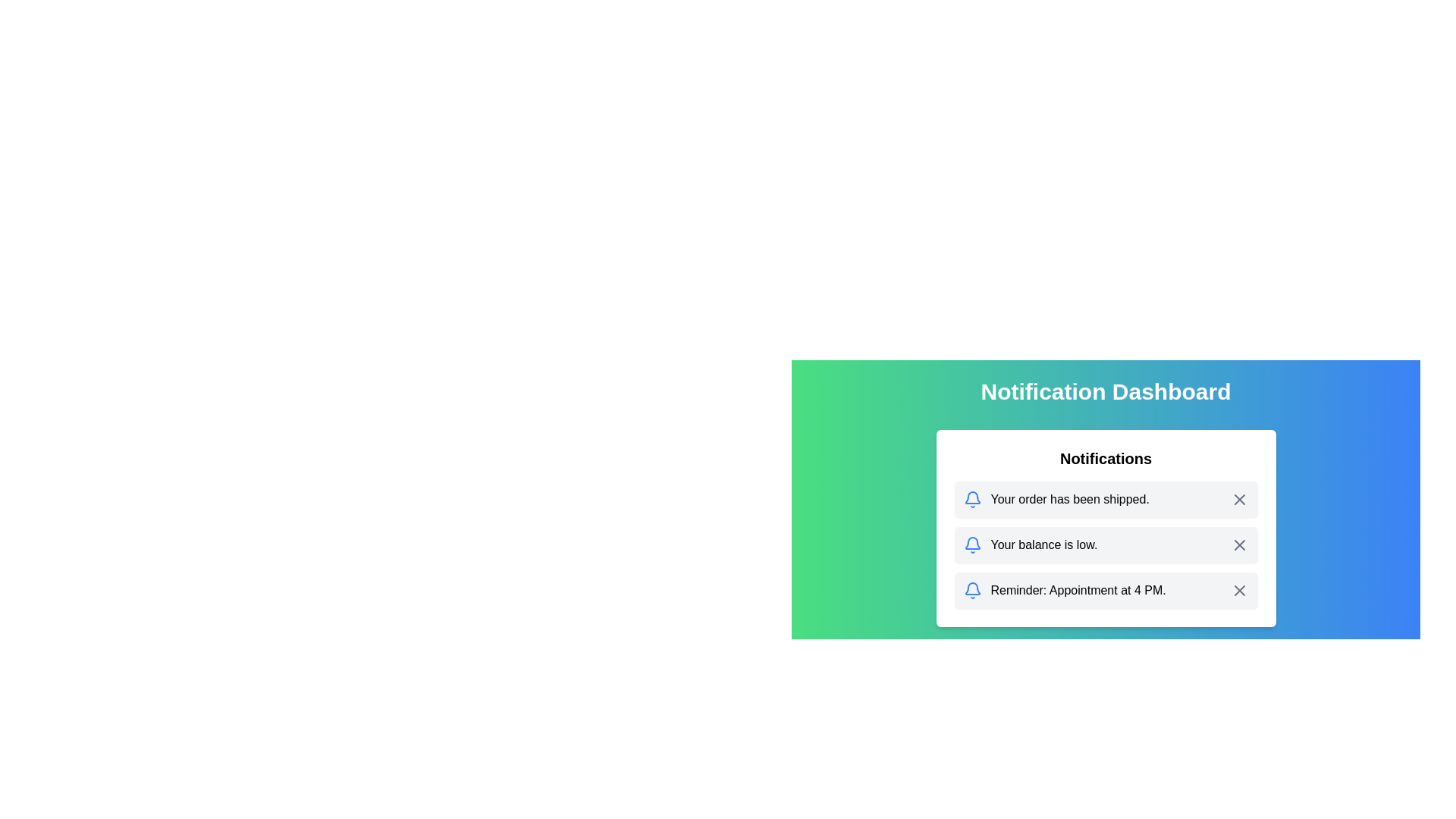 The width and height of the screenshot is (1456, 819). I want to click on the top-left to bottom-right stroke of the 'X' symbol in the second notification row to observe tooltip or visual feedback, so click(1239, 544).